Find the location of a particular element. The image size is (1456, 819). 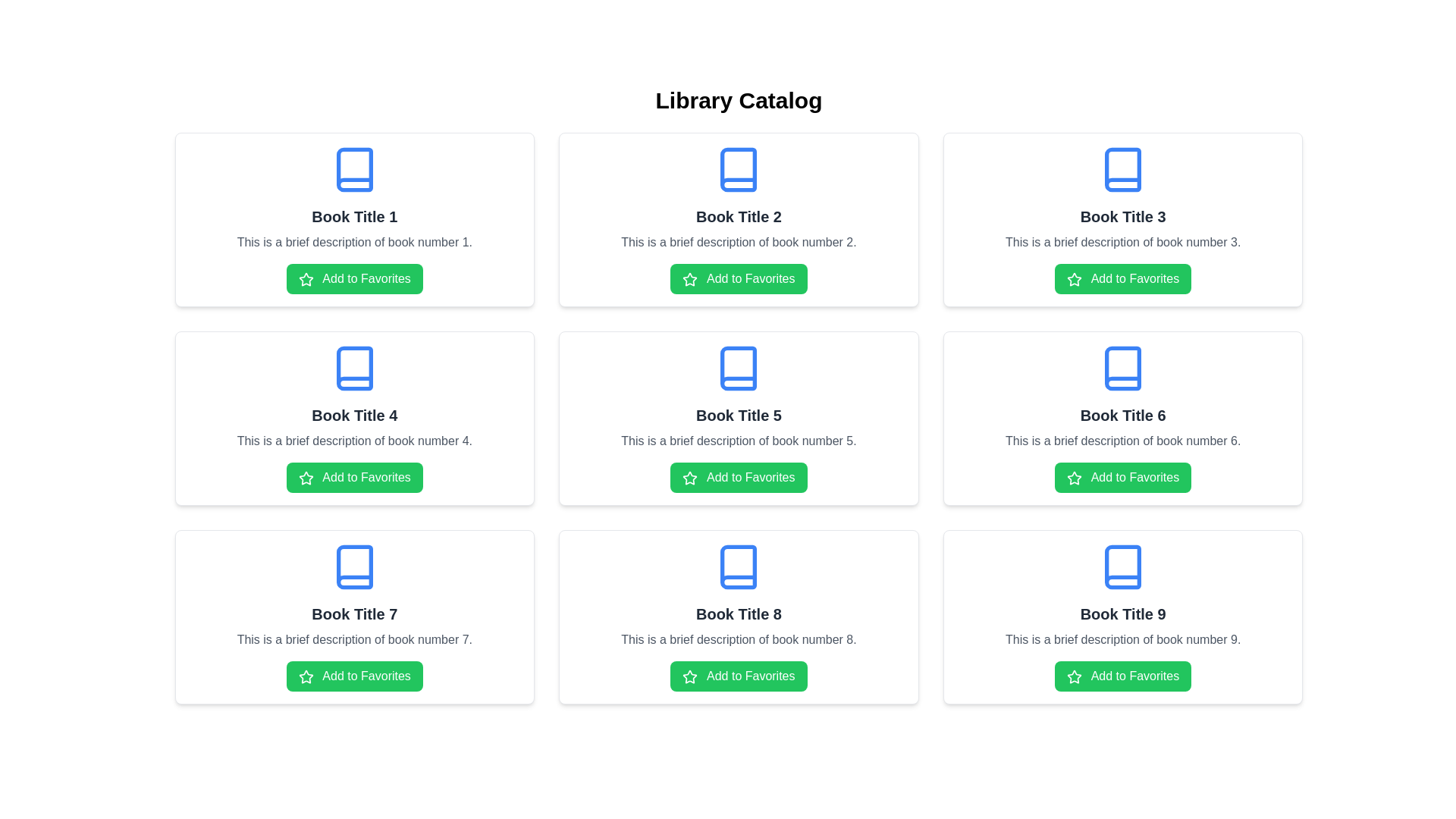

the green 'Add to Favorites' button with a star icon located at the bottom of the 'Book Title 9' card is located at coordinates (1123, 675).